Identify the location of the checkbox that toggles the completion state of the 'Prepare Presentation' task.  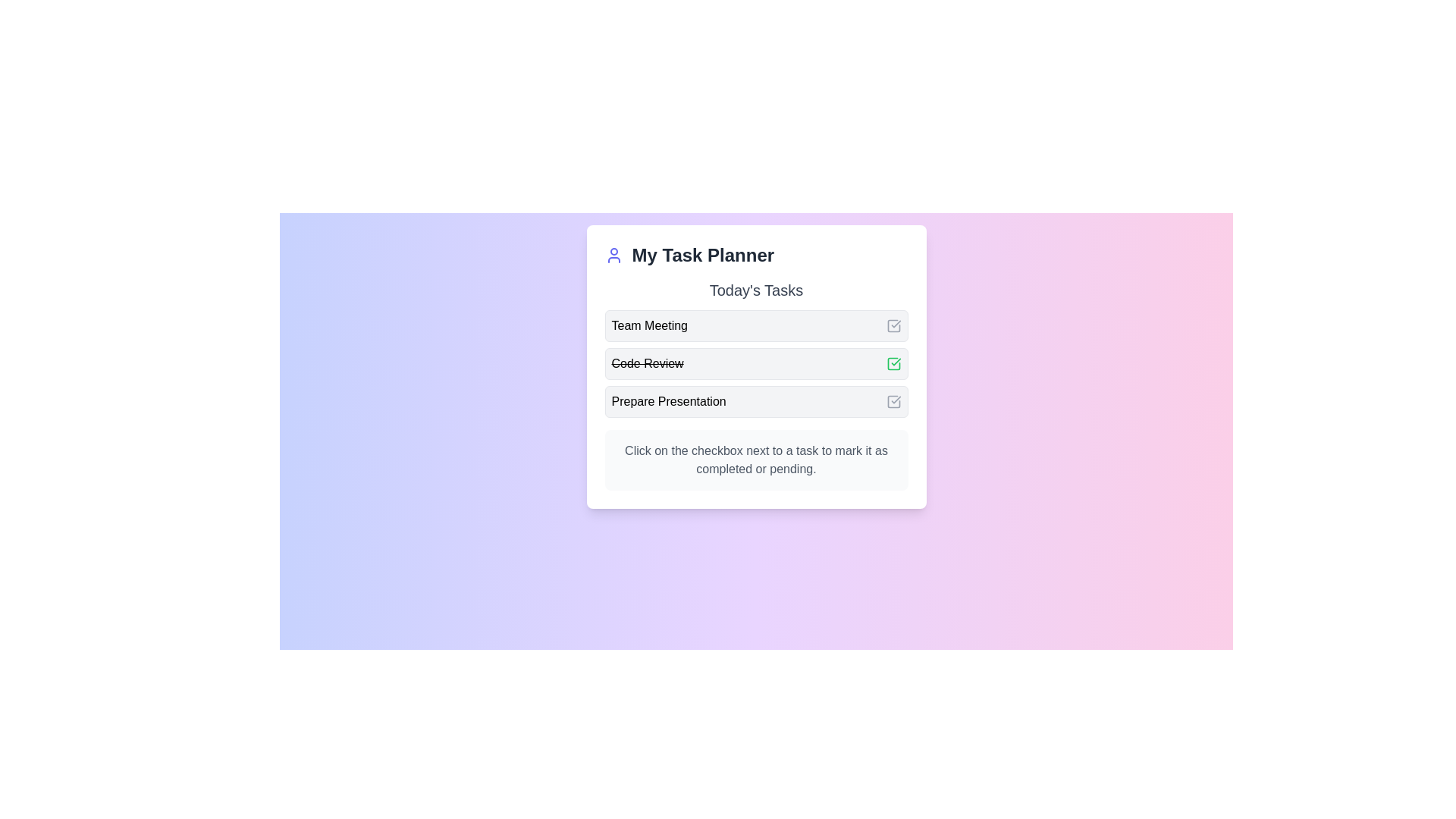
(893, 400).